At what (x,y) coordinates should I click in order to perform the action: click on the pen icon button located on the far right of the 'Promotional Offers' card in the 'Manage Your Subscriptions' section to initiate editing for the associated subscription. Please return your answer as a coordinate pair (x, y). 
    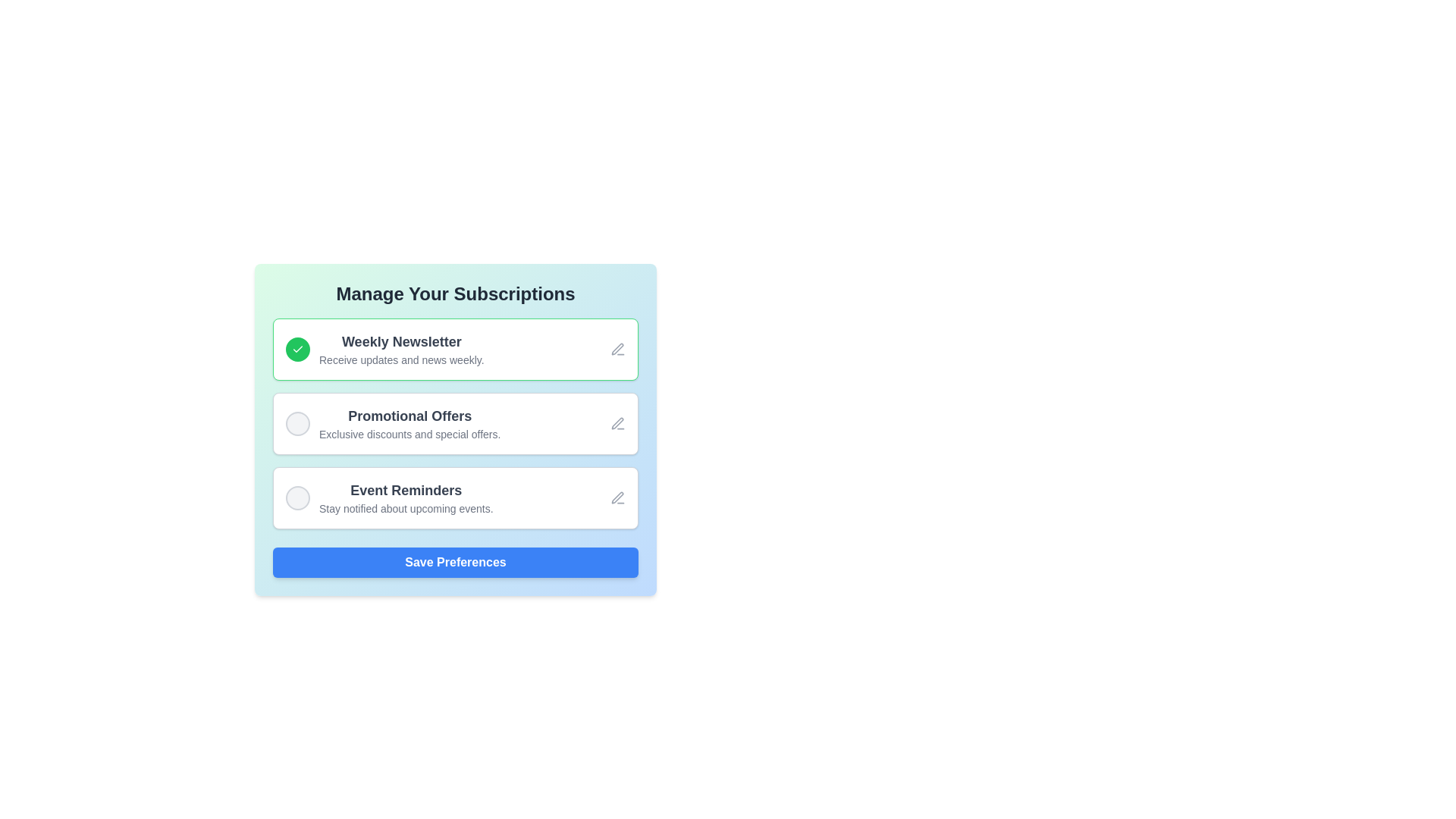
    Looking at the image, I should click on (618, 424).